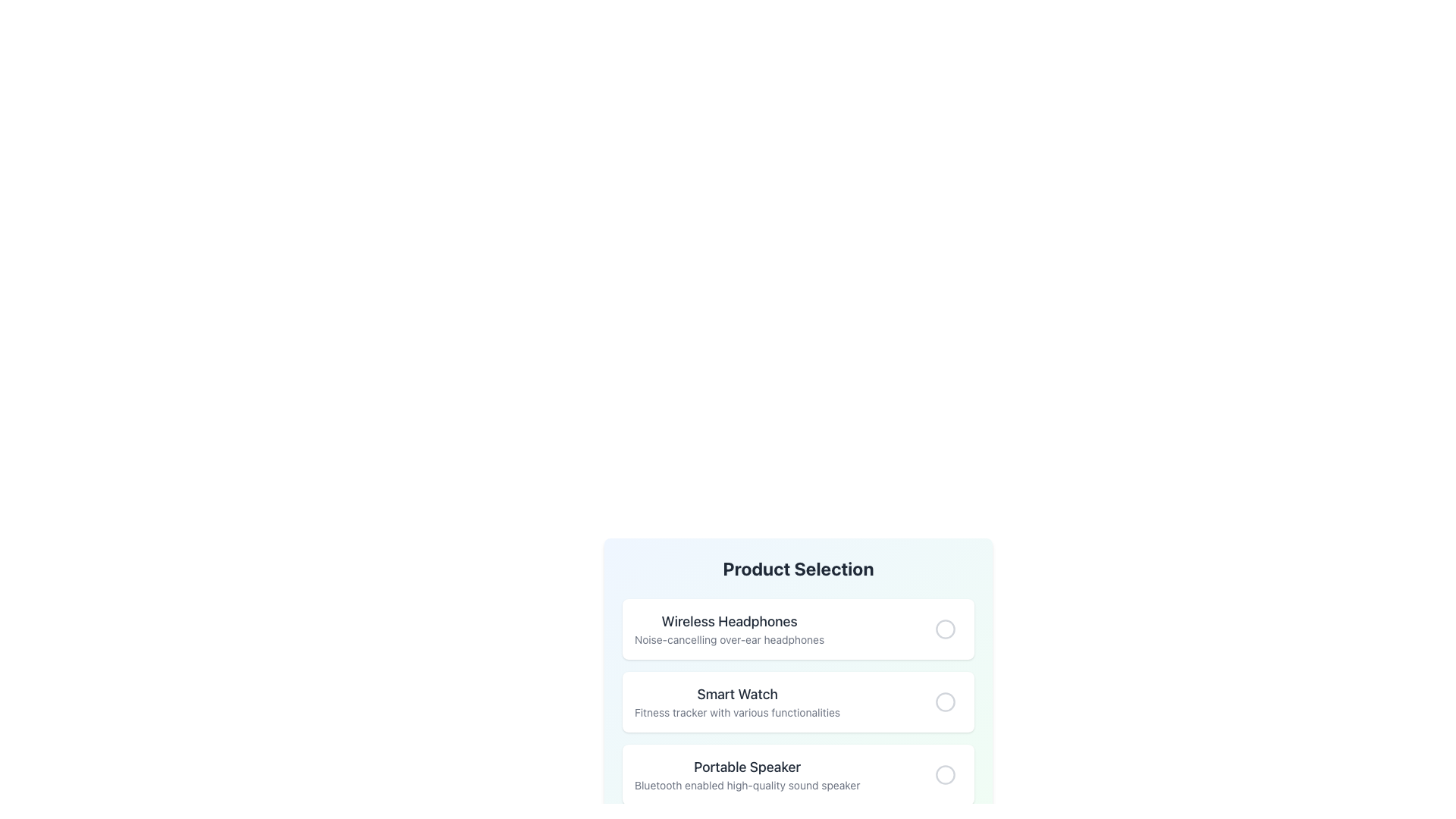  Describe the element at coordinates (747, 775) in the screenshot. I see `the Text Block that serves as an identifier and description for the third product in the 'Product Selection' list` at that location.